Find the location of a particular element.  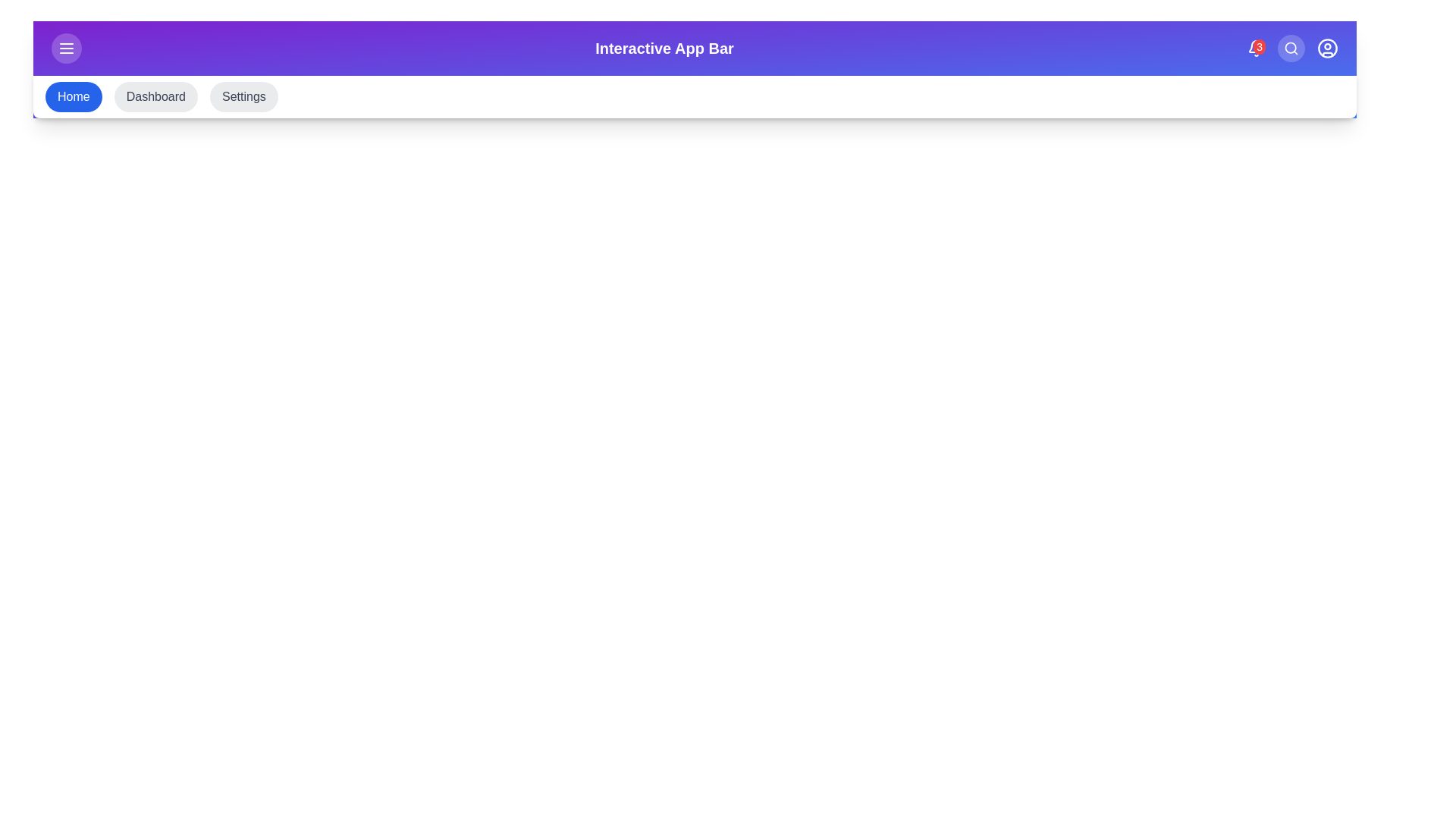

the user profile icon in the top-right corner of the app bar is located at coordinates (1327, 48).